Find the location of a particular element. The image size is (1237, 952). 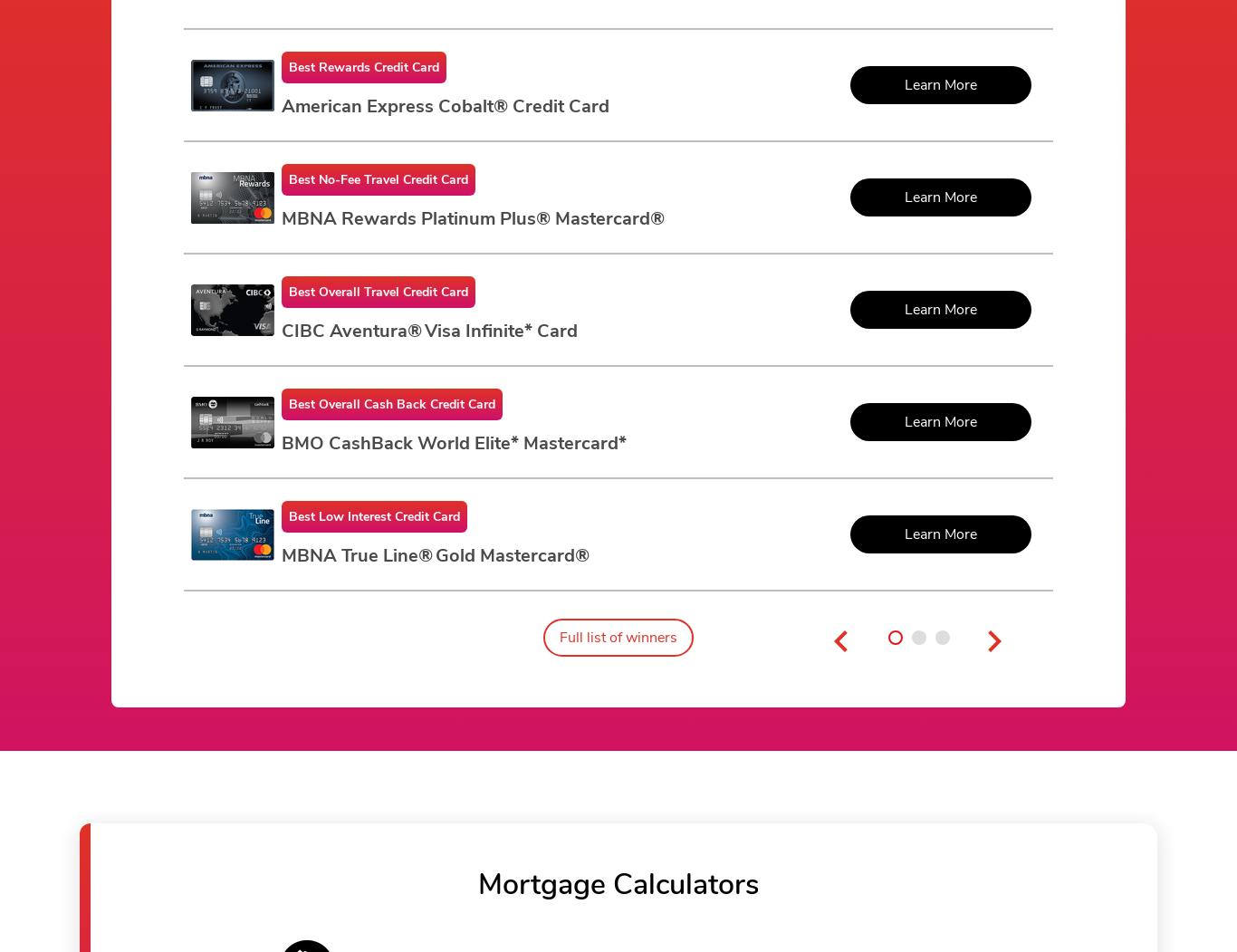

'Mortgage Calculators' is located at coordinates (618, 884).